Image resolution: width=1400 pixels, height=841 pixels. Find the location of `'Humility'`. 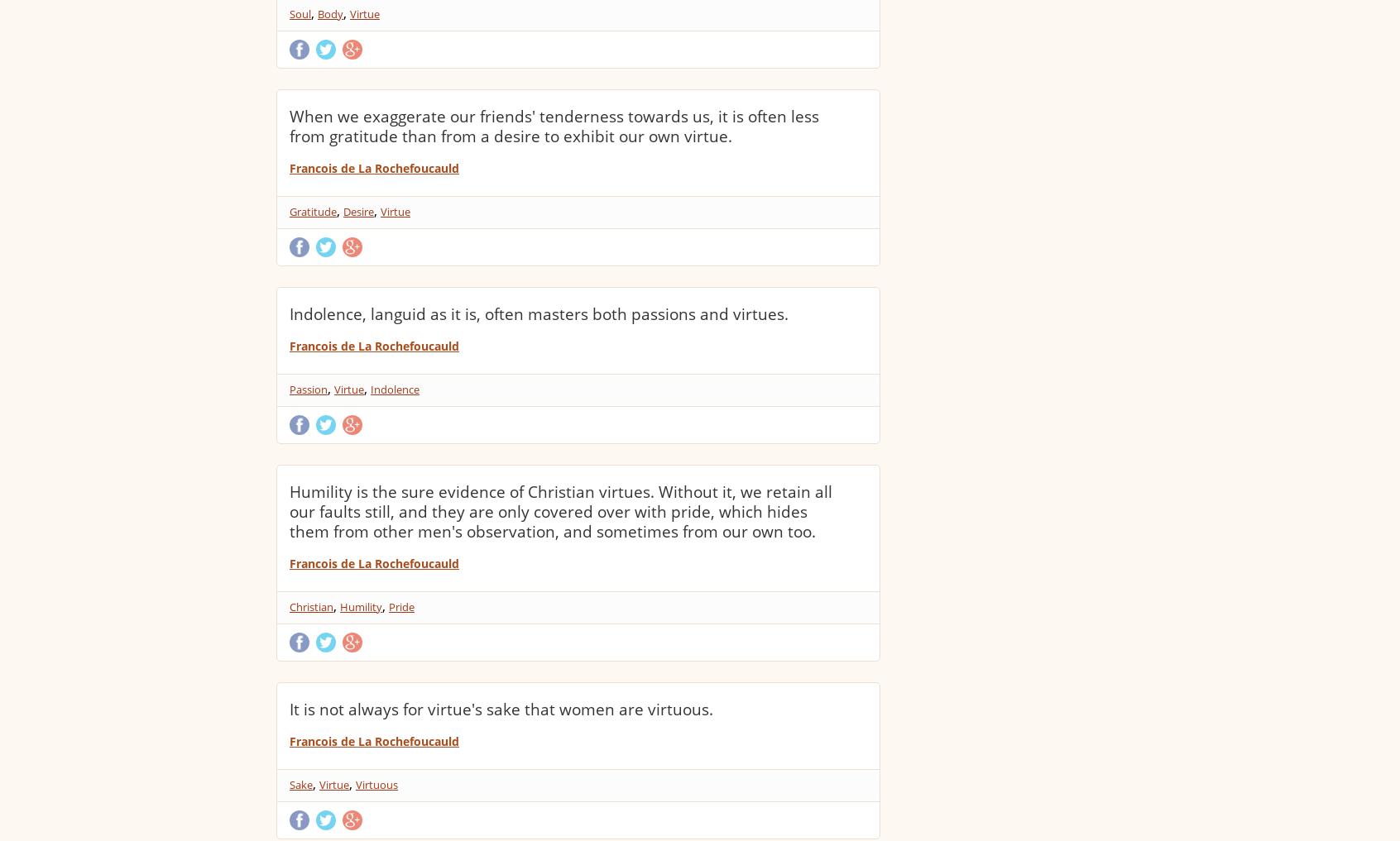

'Humility' is located at coordinates (360, 605).